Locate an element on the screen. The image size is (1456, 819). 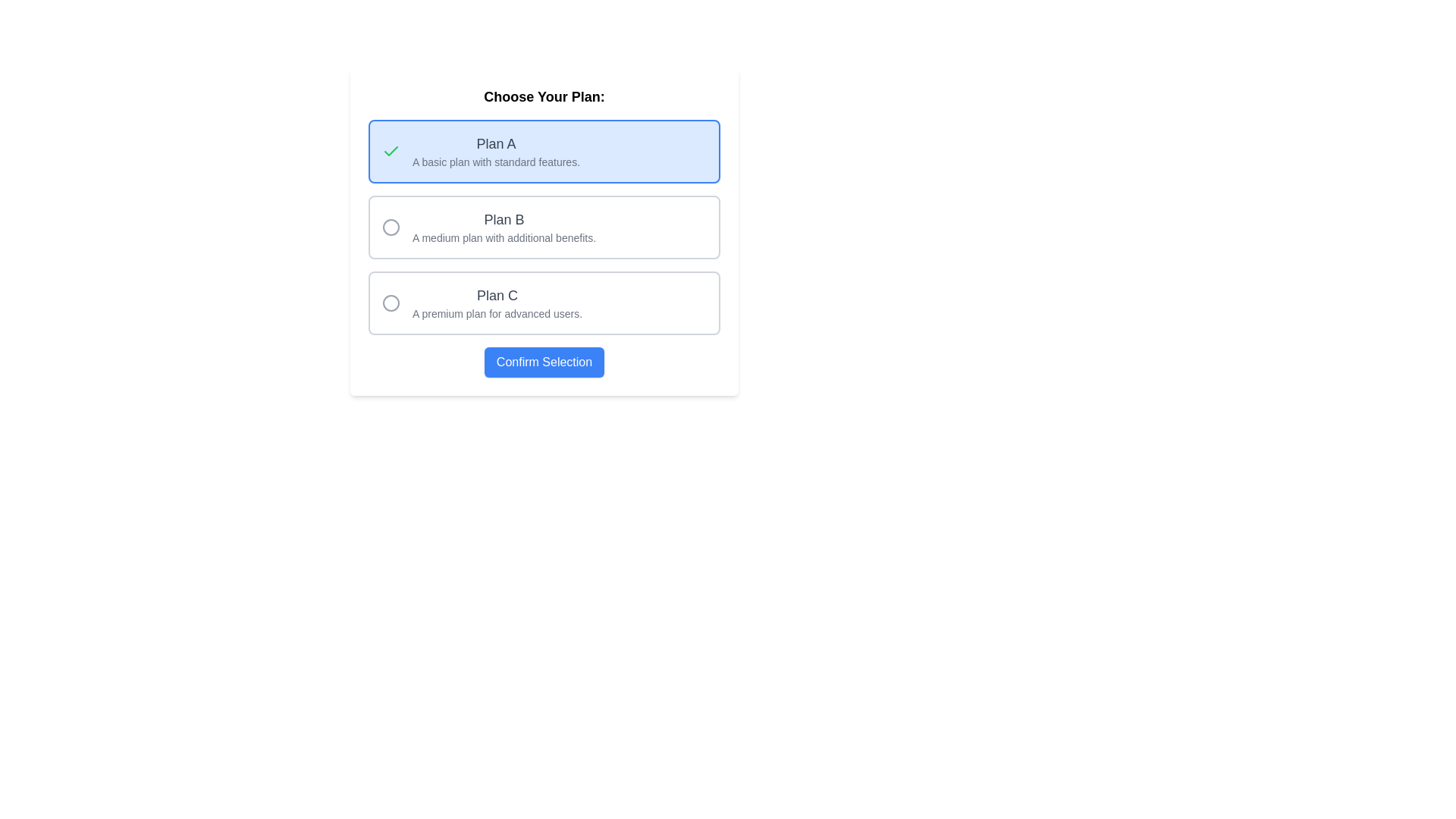
the header label 'Plan A', which is the first selectable option in the 'Choose Your Plan' section, located above the subtext and aligned left of the green checkmark icon is located at coordinates (496, 143).